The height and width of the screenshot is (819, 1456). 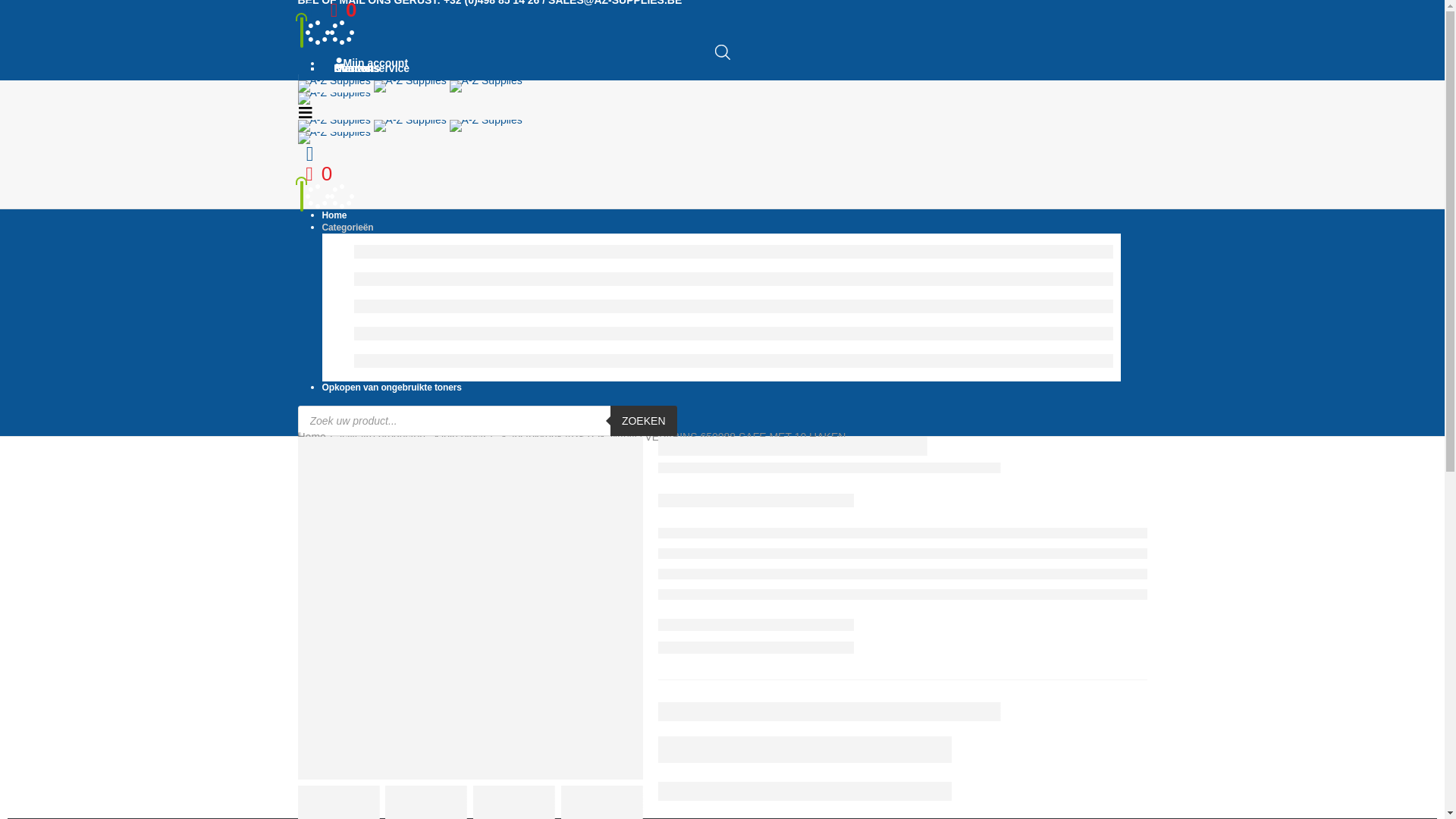 What do you see at coordinates (338, 9) in the screenshot?
I see `'0'` at bounding box center [338, 9].